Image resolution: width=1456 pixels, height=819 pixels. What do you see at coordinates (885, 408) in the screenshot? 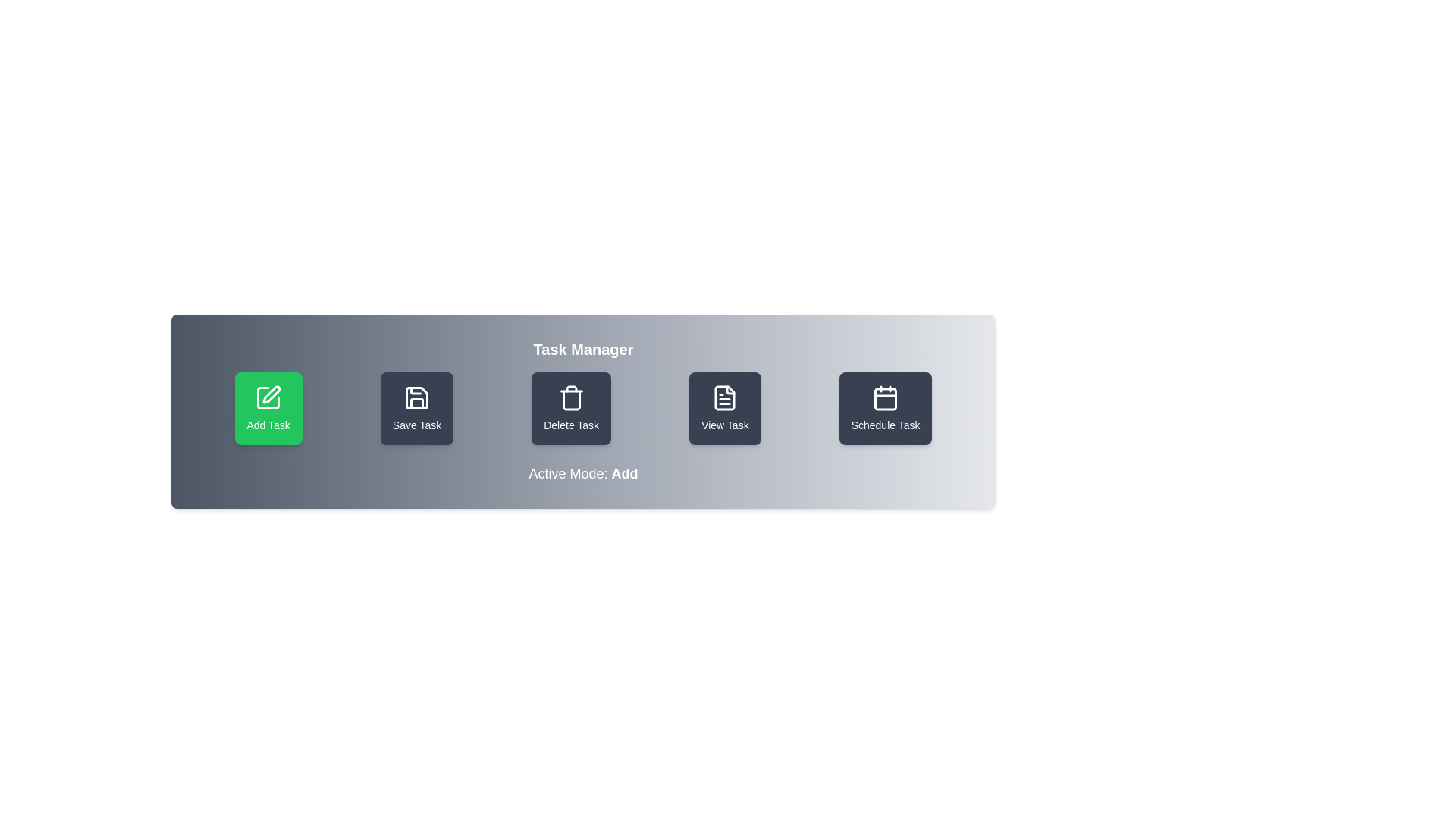
I see `the Schedule Task mode by clicking the respective button` at bounding box center [885, 408].